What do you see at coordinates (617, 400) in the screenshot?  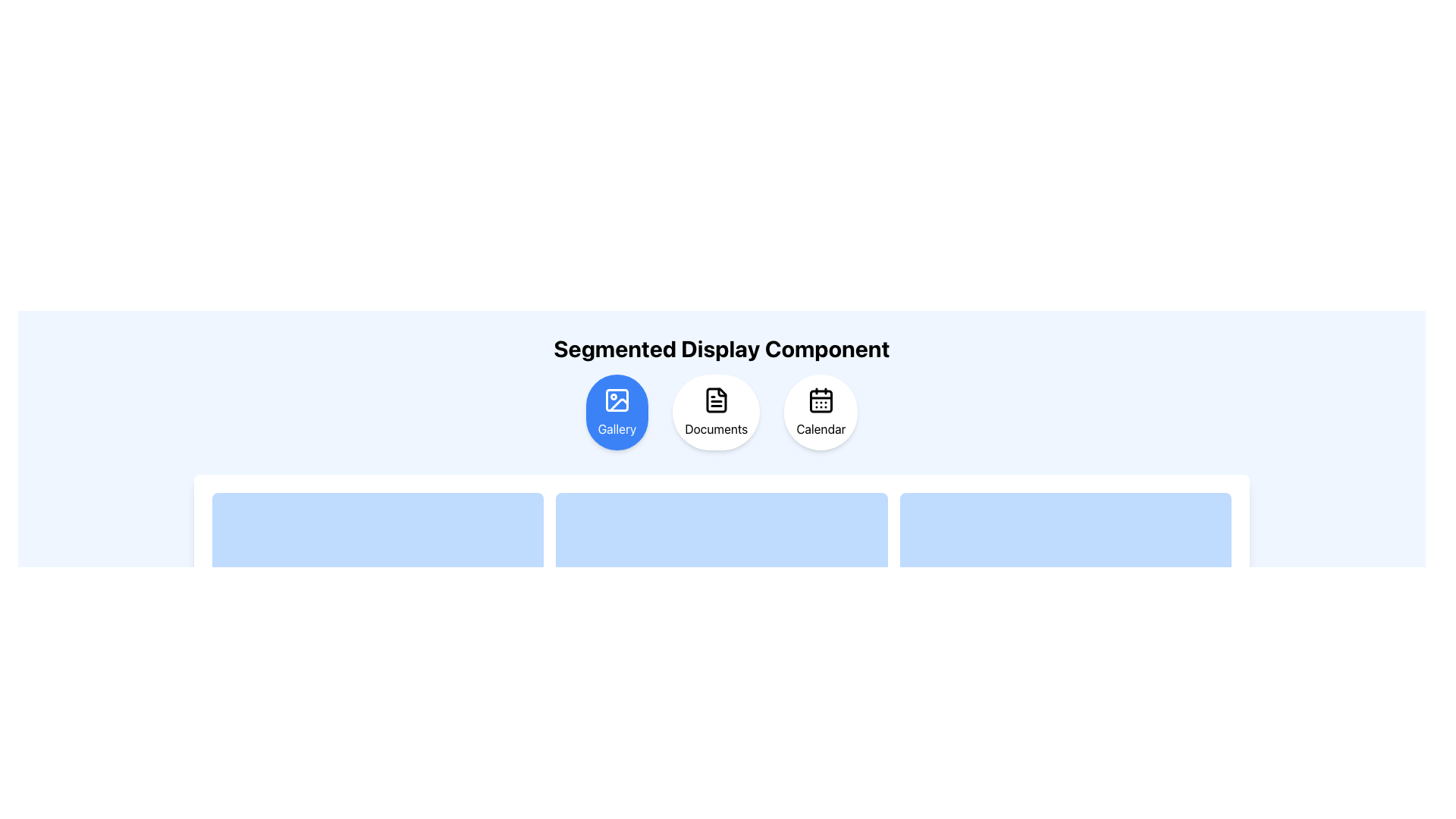 I see `the 'Gallery' button, which is the first button on the left, featuring a circular icon that represents a photo placeholder with a blue outline` at bounding box center [617, 400].